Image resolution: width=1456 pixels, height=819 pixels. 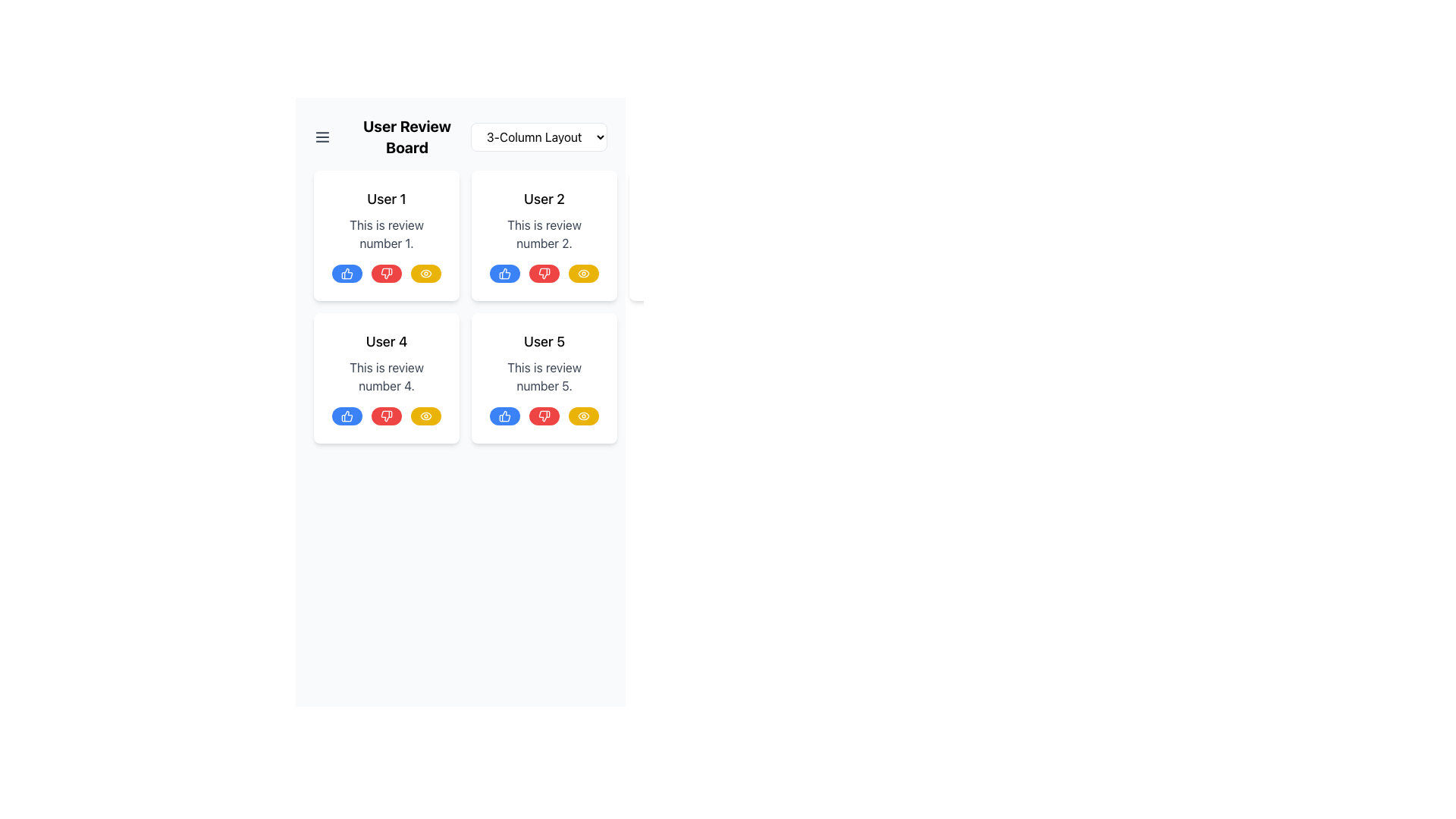 I want to click on the text label identifying the user associated with the review in the second card of the grid layout, so click(x=544, y=198).